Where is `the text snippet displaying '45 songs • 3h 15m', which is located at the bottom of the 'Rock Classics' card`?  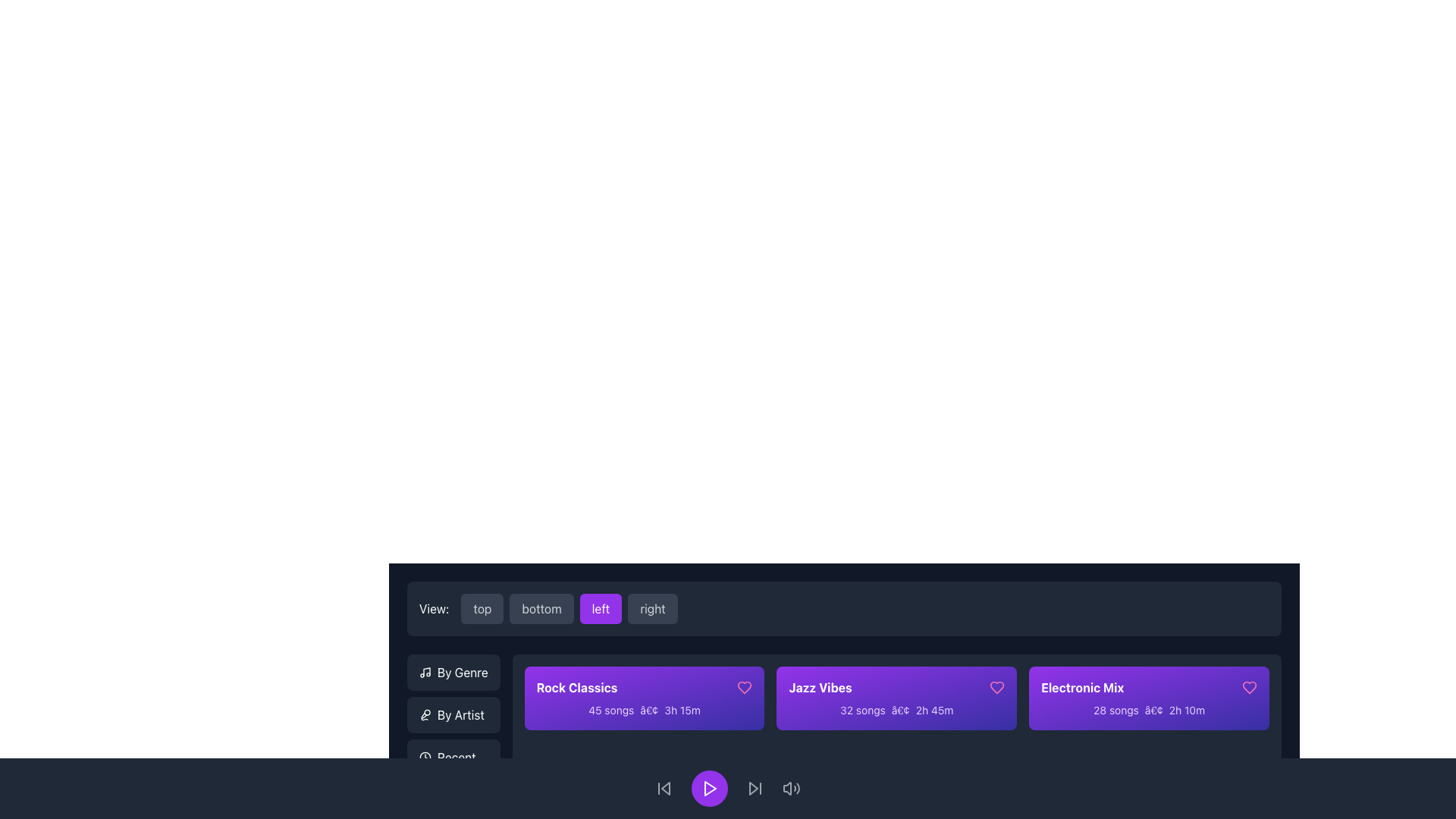
the text snippet displaying '45 songs • 3h 15m', which is located at the bottom of the 'Rock Classics' card is located at coordinates (644, 711).